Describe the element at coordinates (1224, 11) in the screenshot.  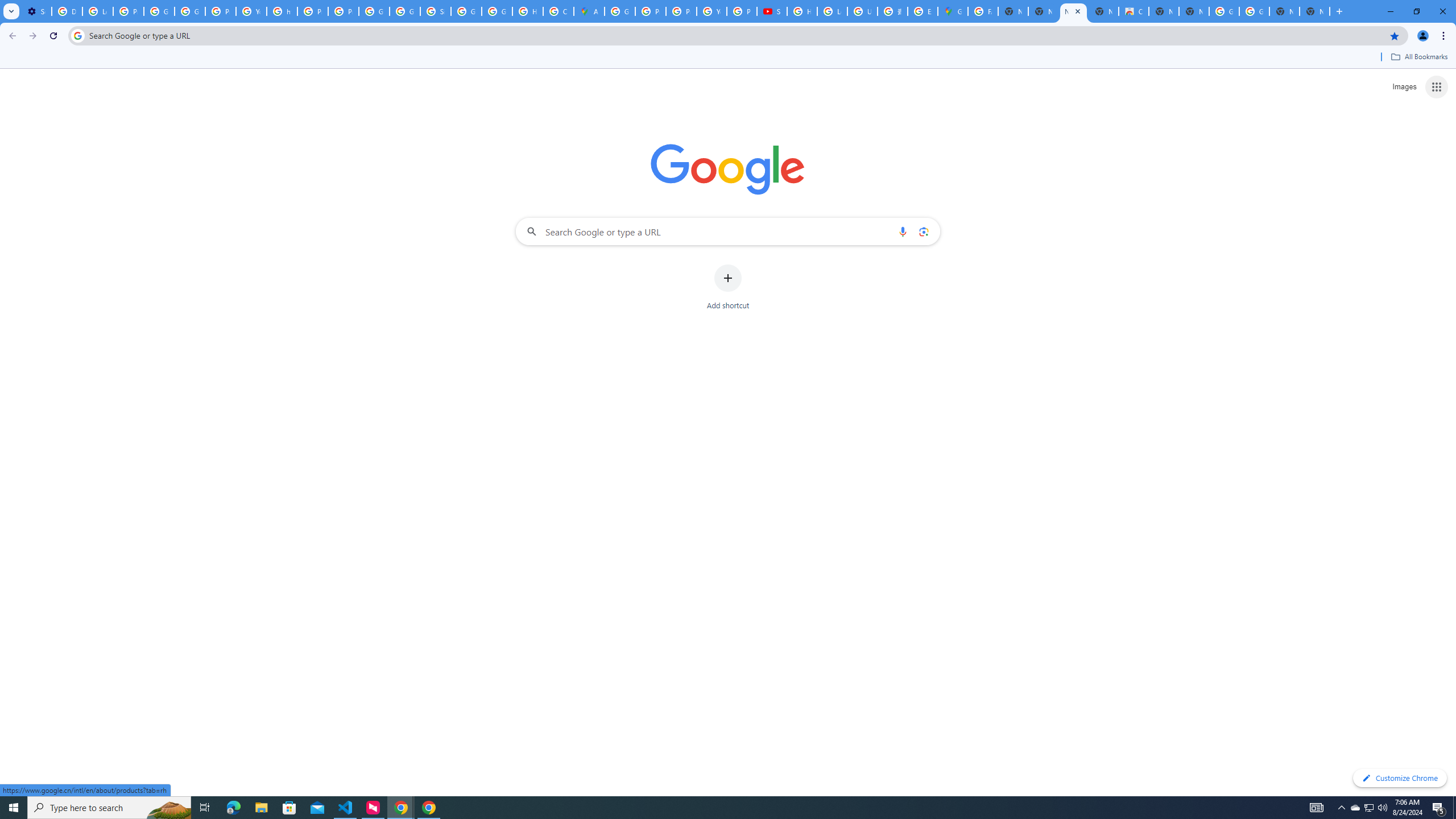
I see `'Google Images'` at that location.